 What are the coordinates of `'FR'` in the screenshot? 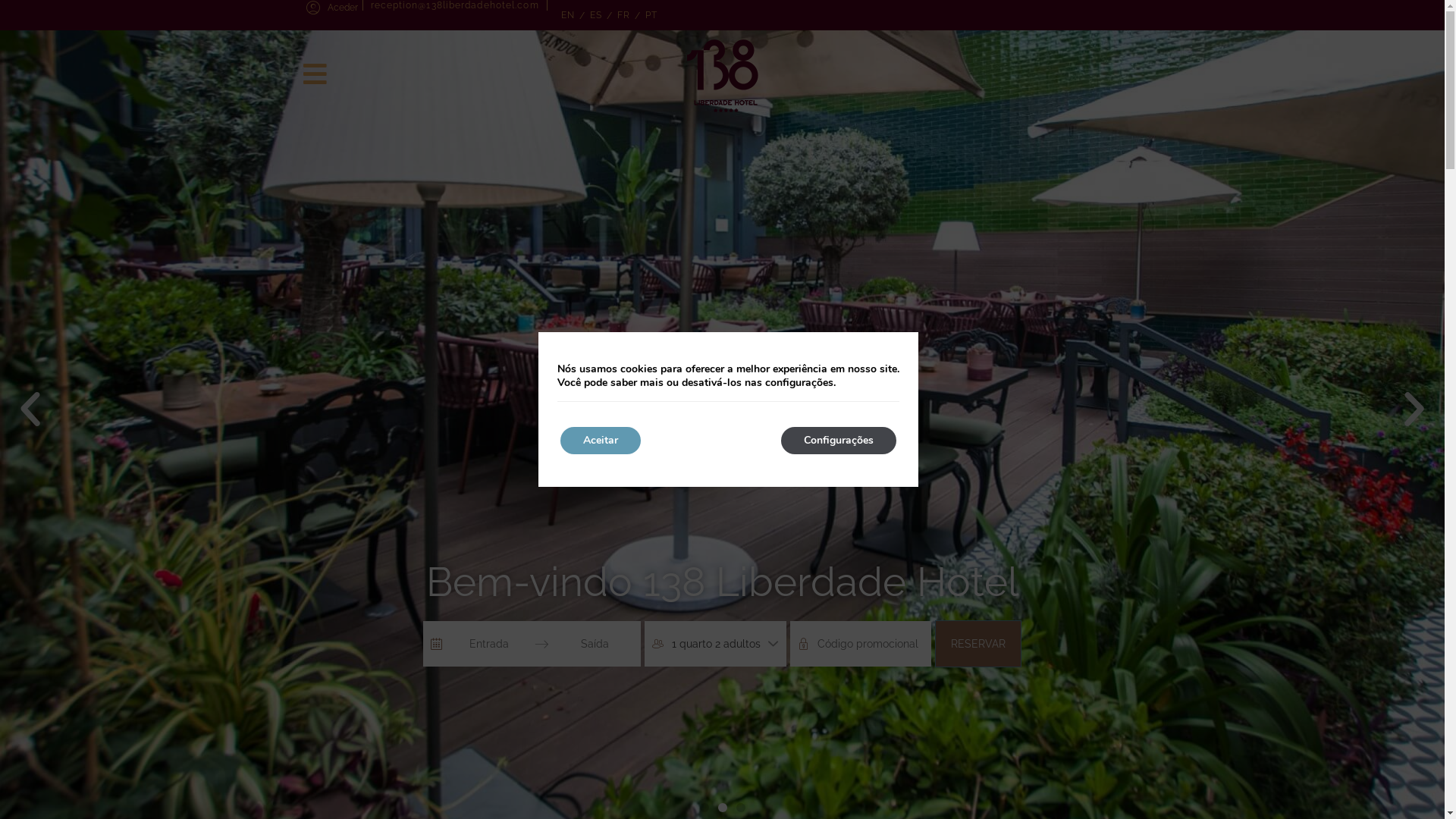 It's located at (623, 14).